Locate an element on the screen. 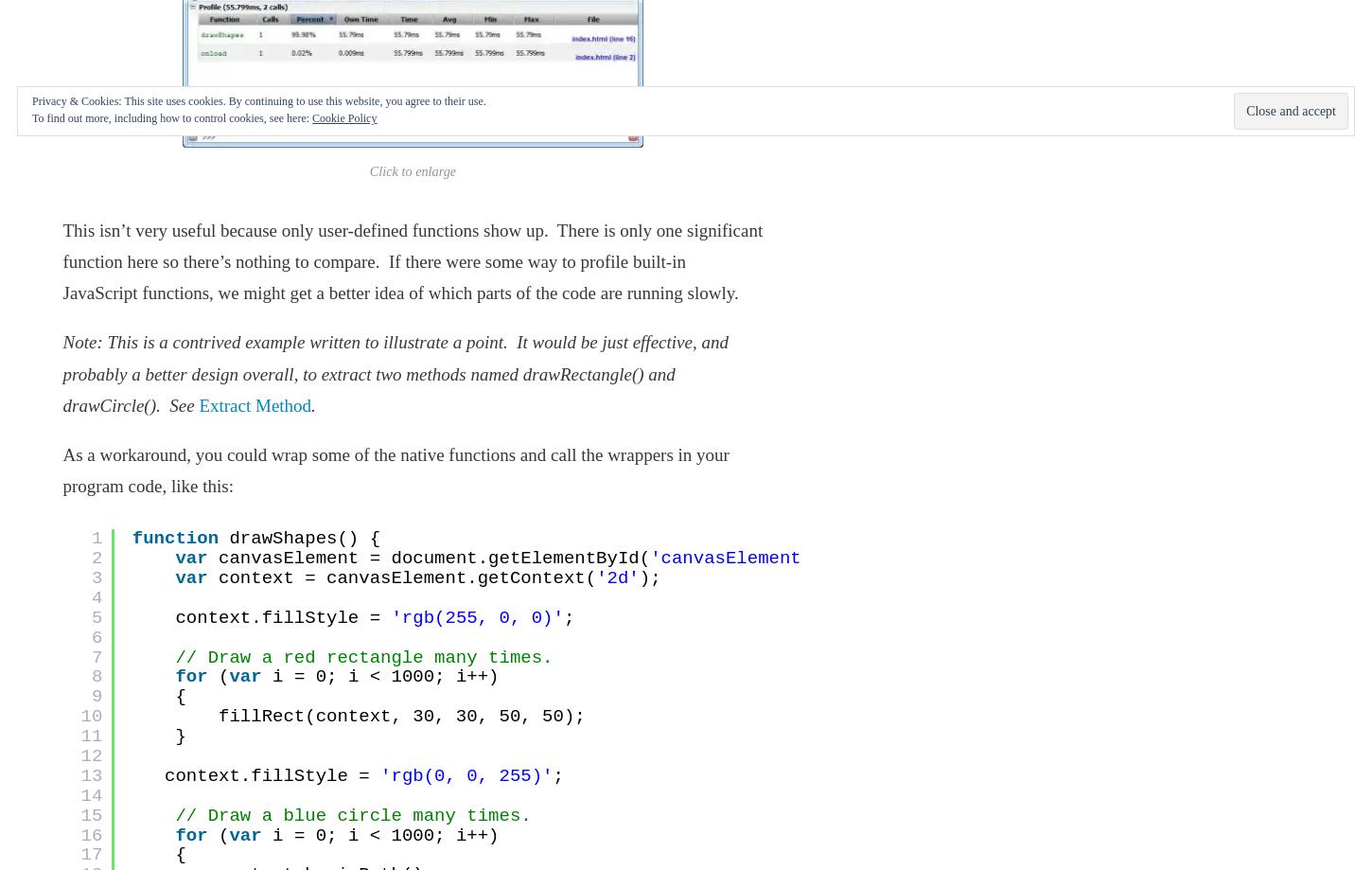  'To find out more, including how to control cookies, see here:' is located at coordinates (170, 116).